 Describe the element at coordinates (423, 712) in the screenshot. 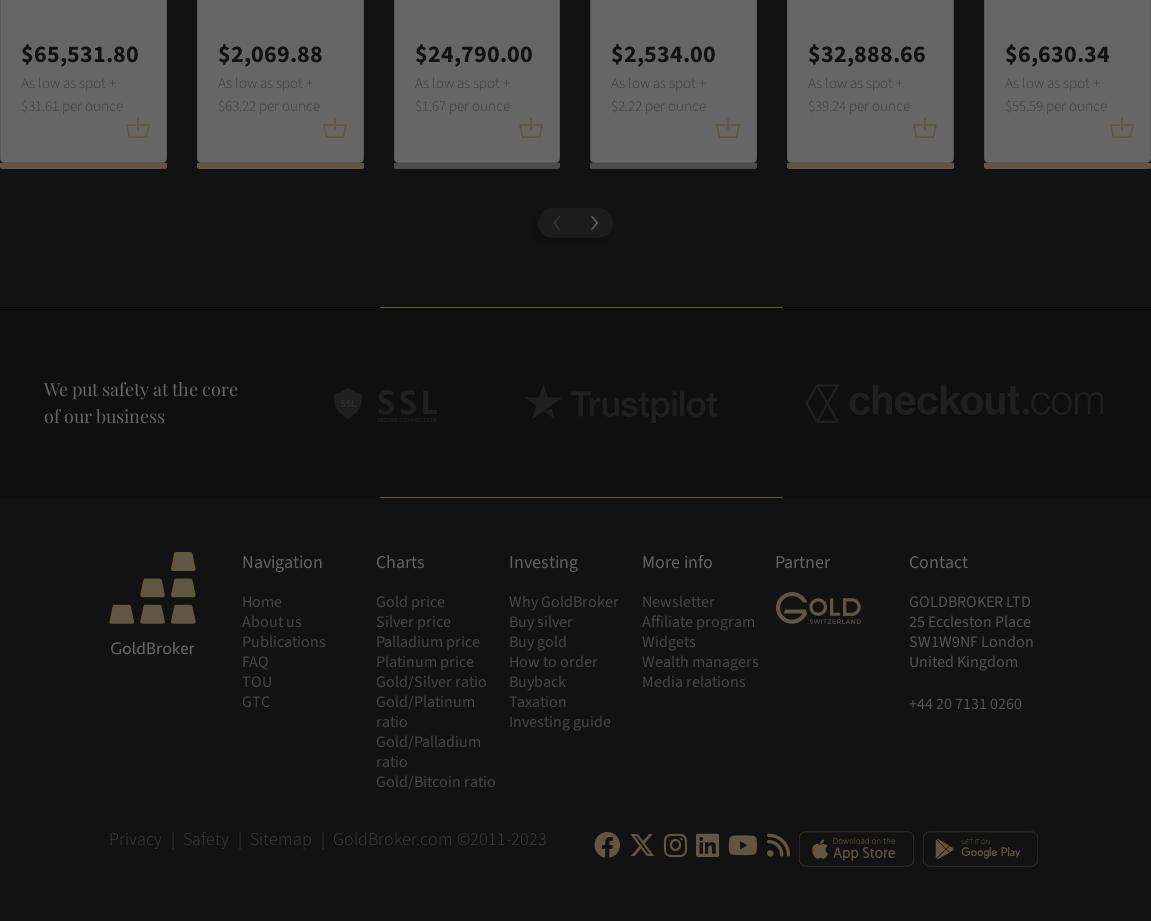

I see `'Gold/Platinum ratio'` at that location.